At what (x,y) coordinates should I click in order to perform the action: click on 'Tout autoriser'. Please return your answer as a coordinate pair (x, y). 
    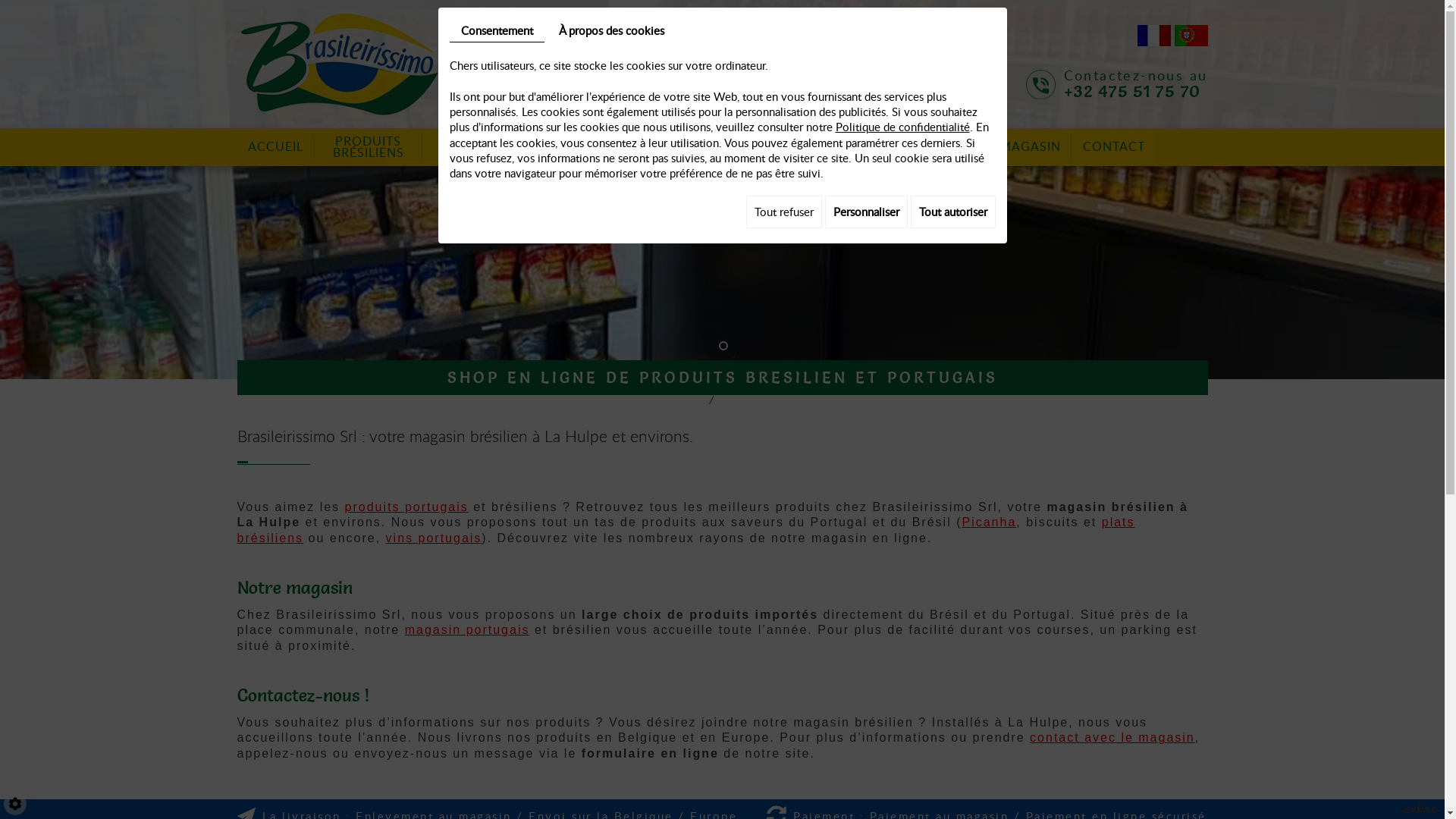
    Looking at the image, I should click on (952, 211).